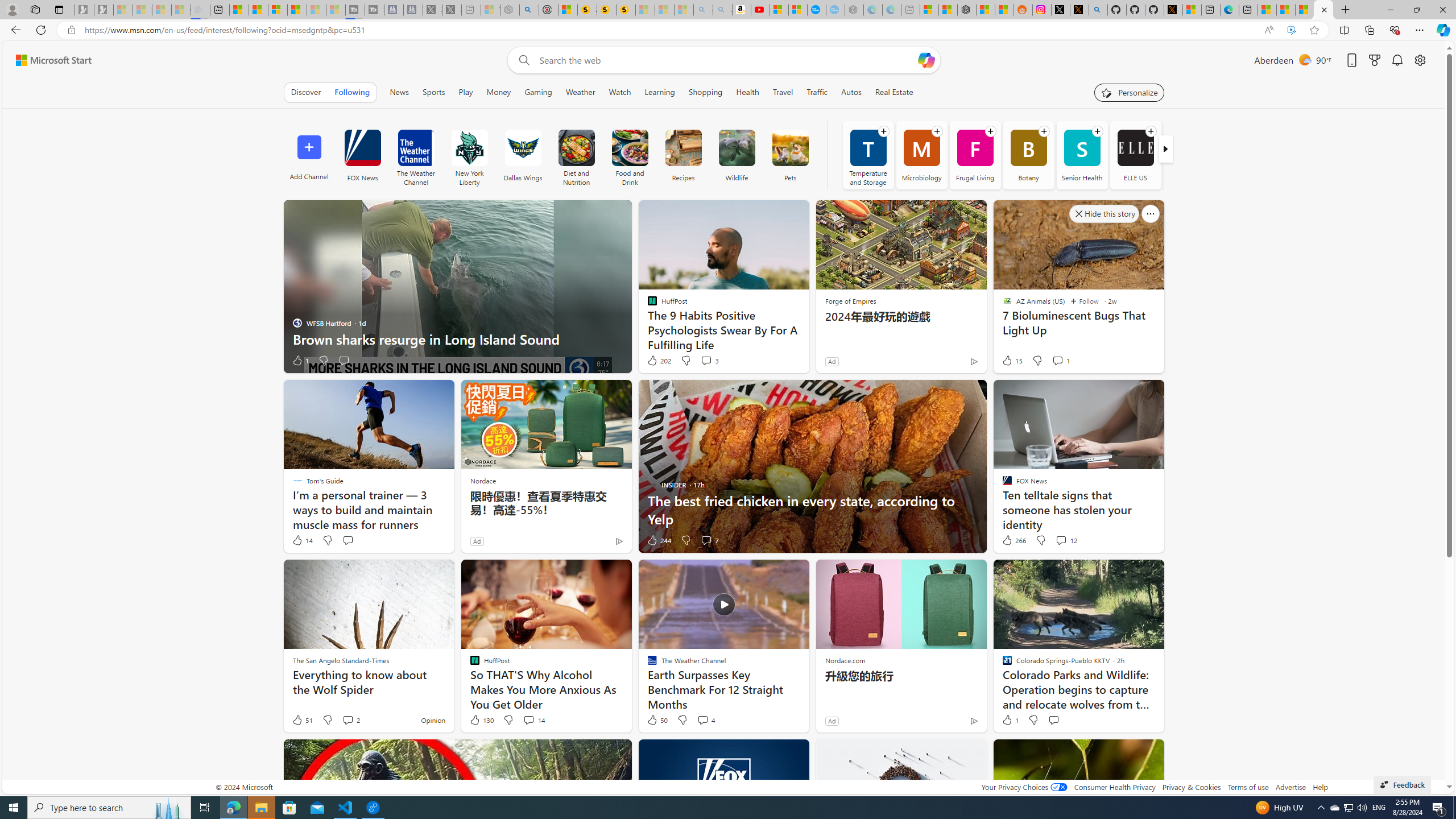 This screenshot has width=1456, height=819. Describe the element at coordinates (705, 359) in the screenshot. I see `'View comments 3 Comment'` at that location.